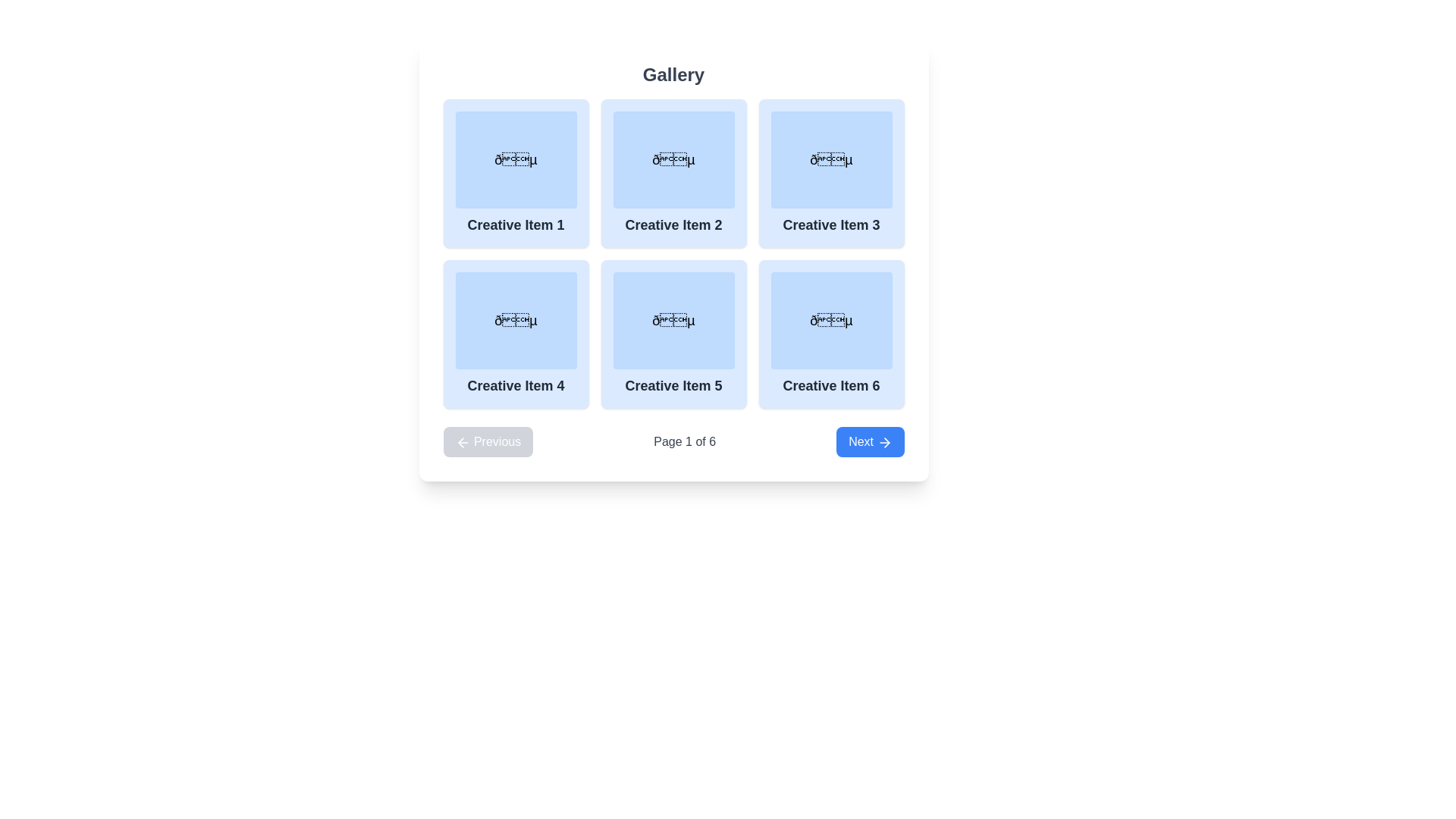 Image resolution: width=1456 pixels, height=819 pixels. I want to click on the right-pointing arrow icon located within the blue 'Next' button, positioned at the bottom-right corner of the layout, so click(884, 442).